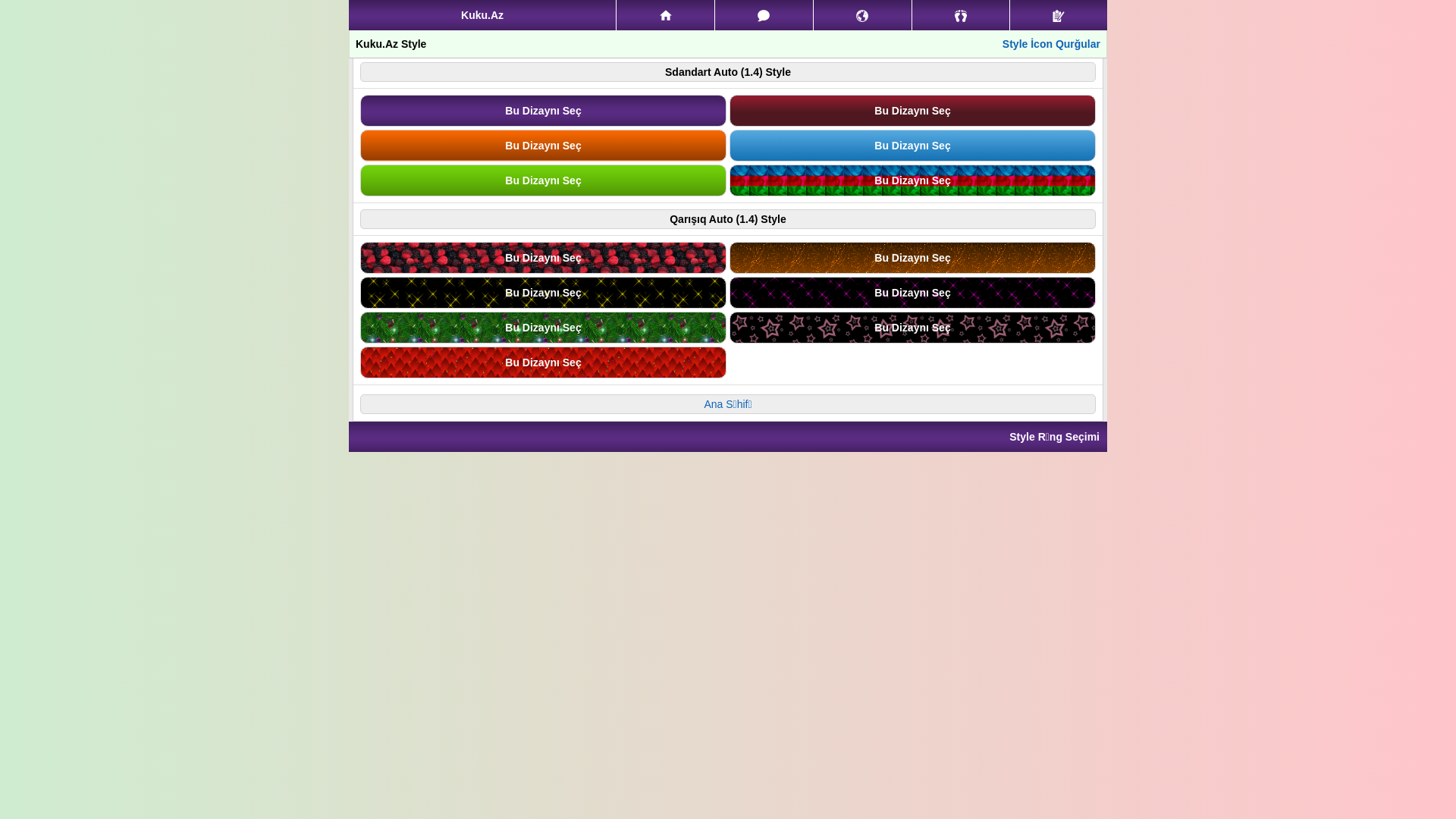 The height and width of the screenshot is (819, 1456). I want to click on 'Mesajlar', so click(764, 14).